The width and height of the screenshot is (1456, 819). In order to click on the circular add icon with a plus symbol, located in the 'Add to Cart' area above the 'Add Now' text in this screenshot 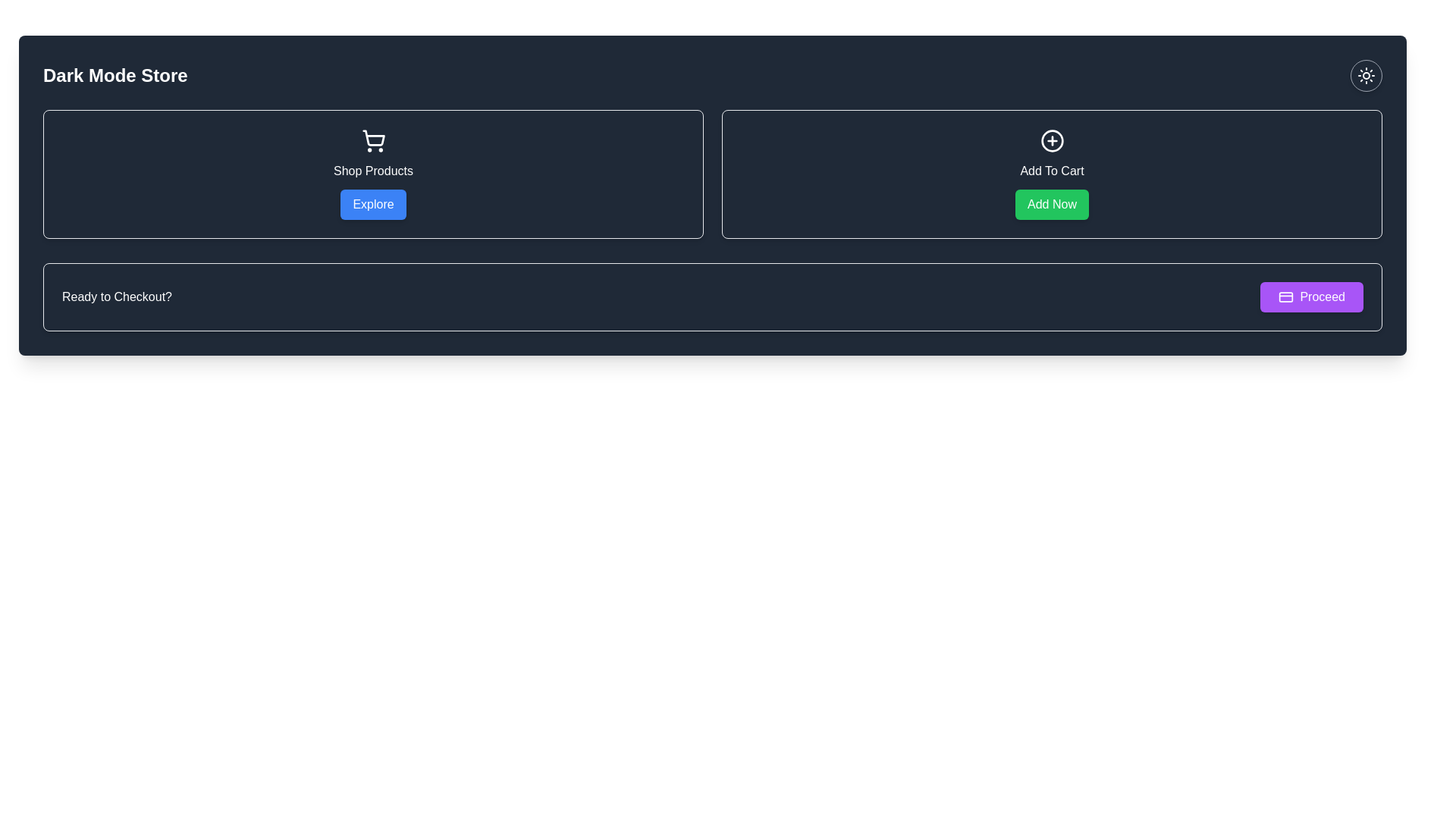, I will do `click(1051, 140)`.